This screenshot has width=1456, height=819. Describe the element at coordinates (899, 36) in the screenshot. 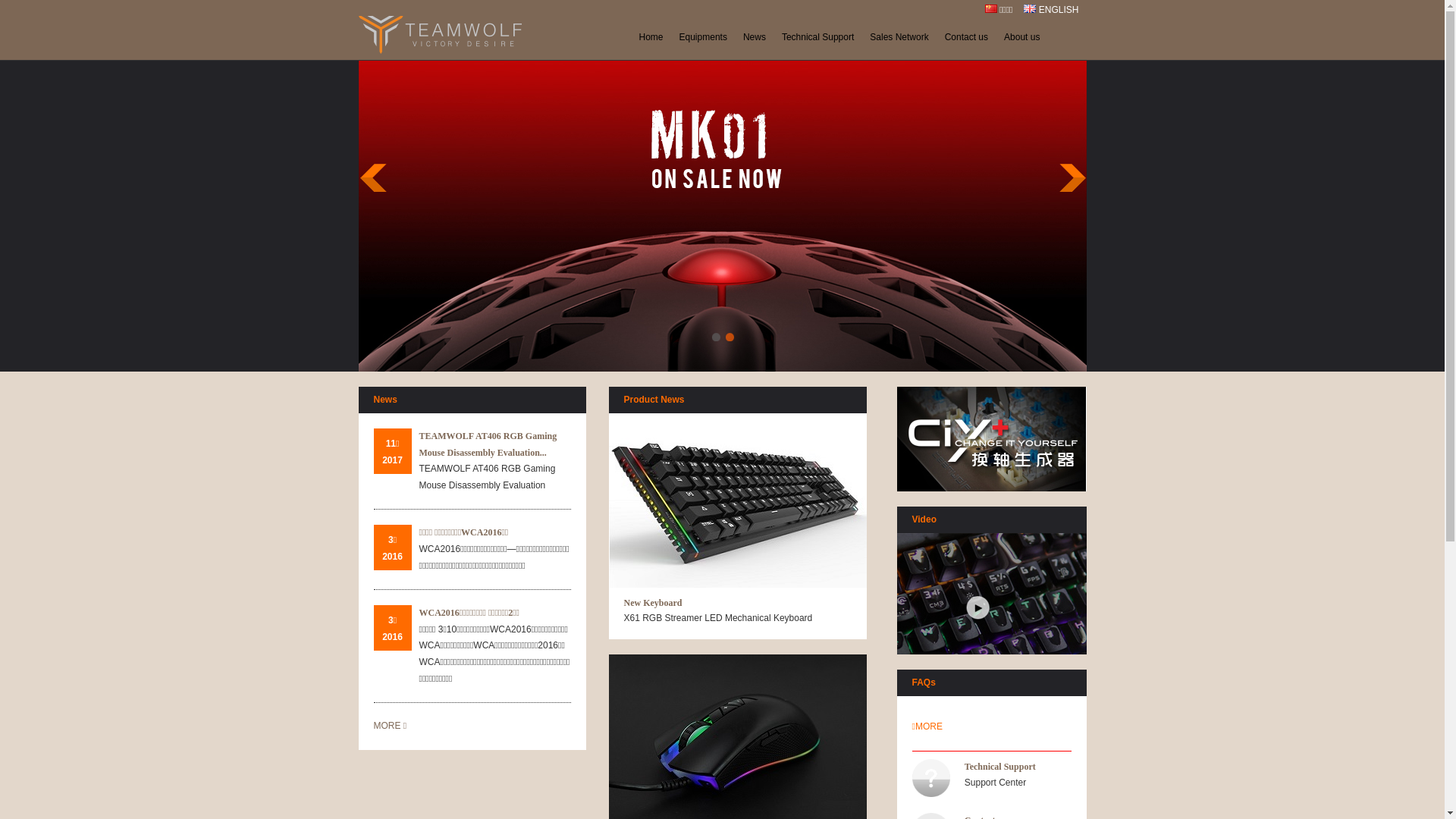

I see `'Sales Network'` at that location.